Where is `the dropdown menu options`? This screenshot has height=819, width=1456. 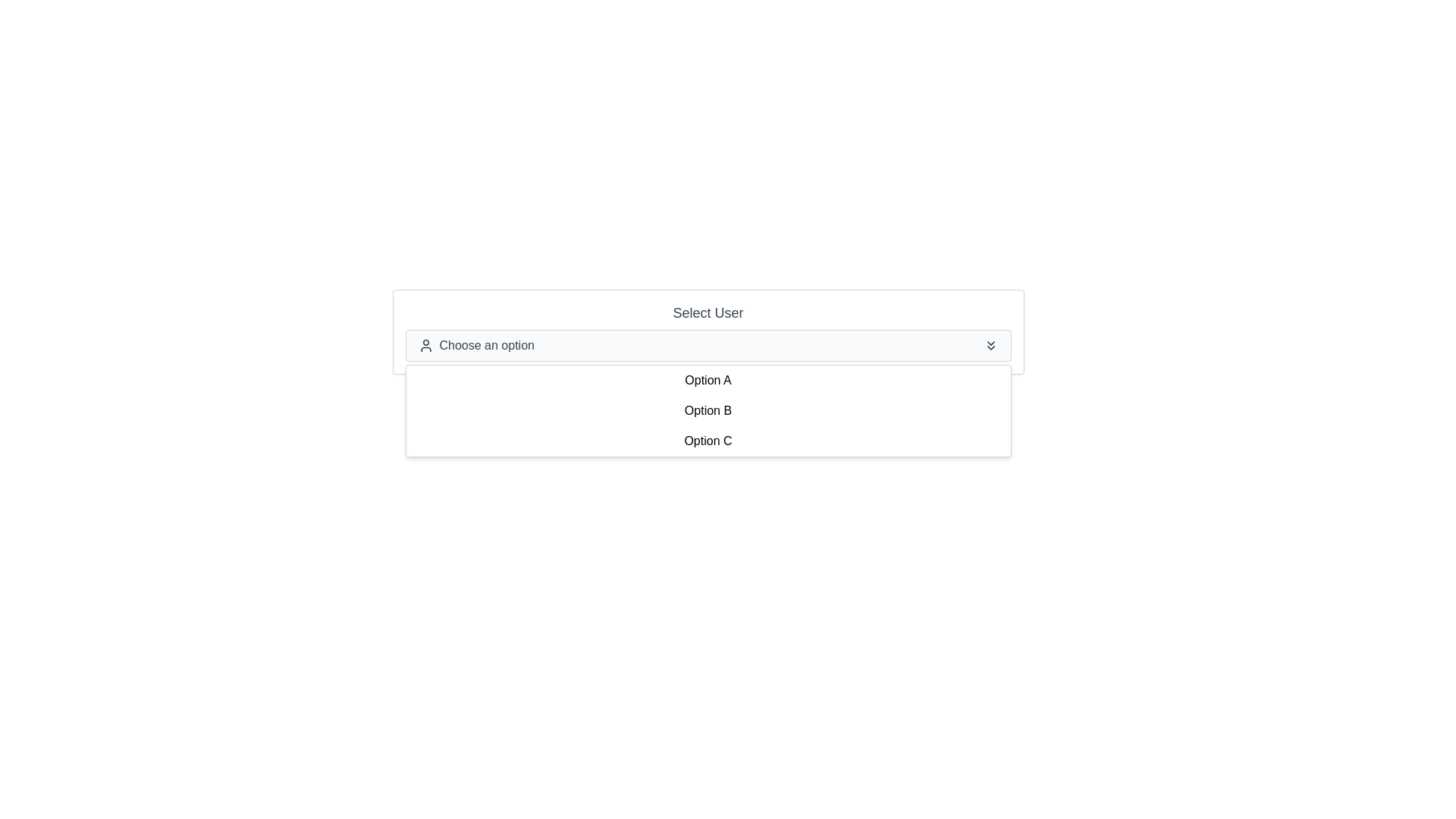
the dropdown menu options is located at coordinates (708, 411).